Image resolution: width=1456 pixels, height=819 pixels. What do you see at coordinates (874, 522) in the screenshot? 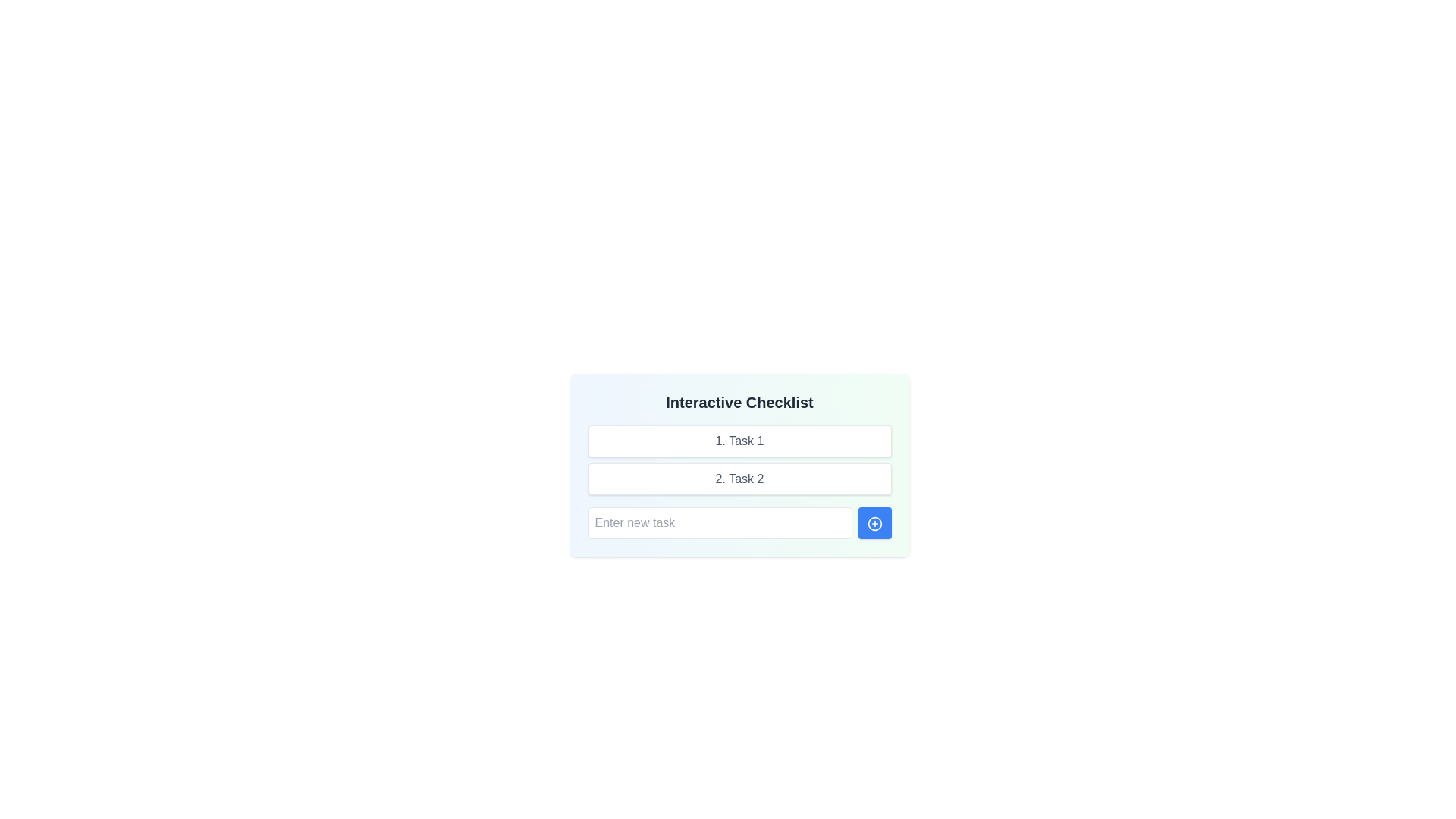
I see `the interactive icon located at the right end of the input field below the list items '1. Task 1' and '2. Task 2'` at bounding box center [874, 522].